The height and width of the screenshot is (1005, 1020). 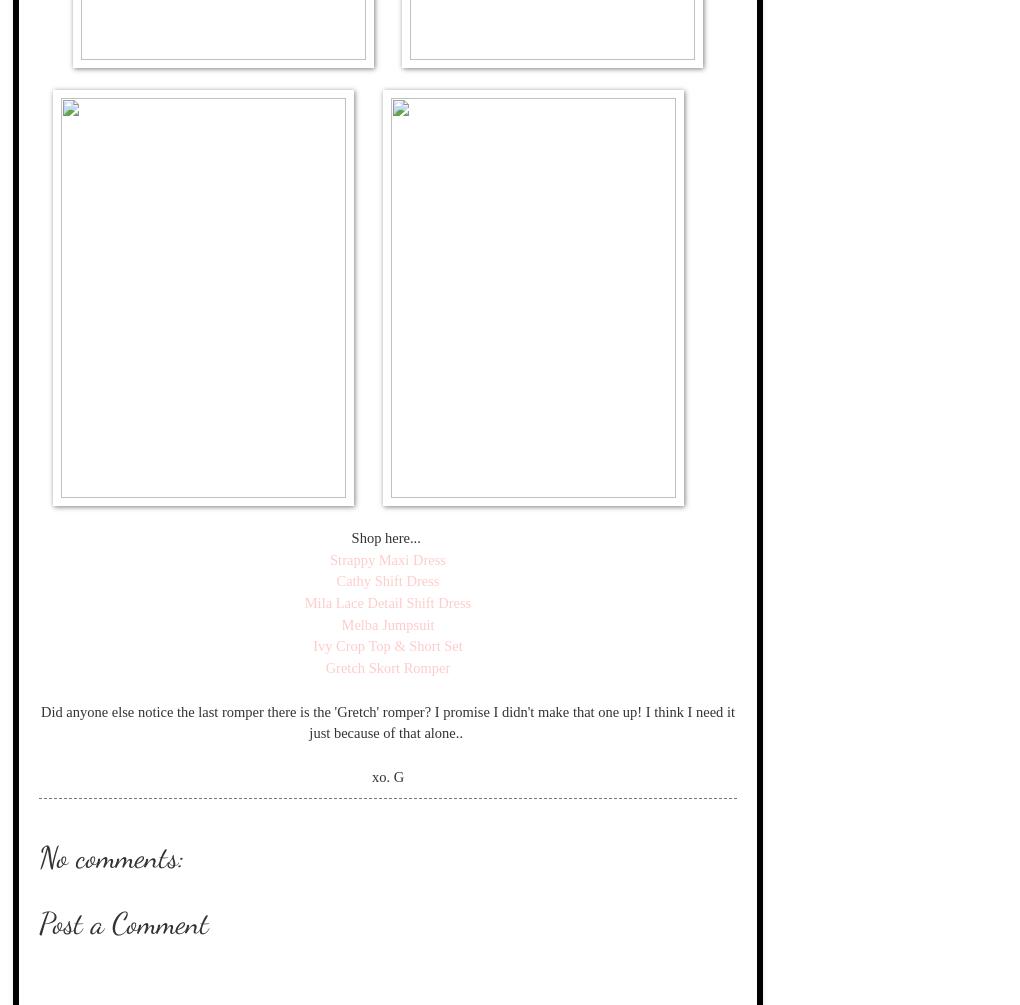 What do you see at coordinates (387, 600) in the screenshot?
I see `'Mila Lace Detail Shift Dress'` at bounding box center [387, 600].